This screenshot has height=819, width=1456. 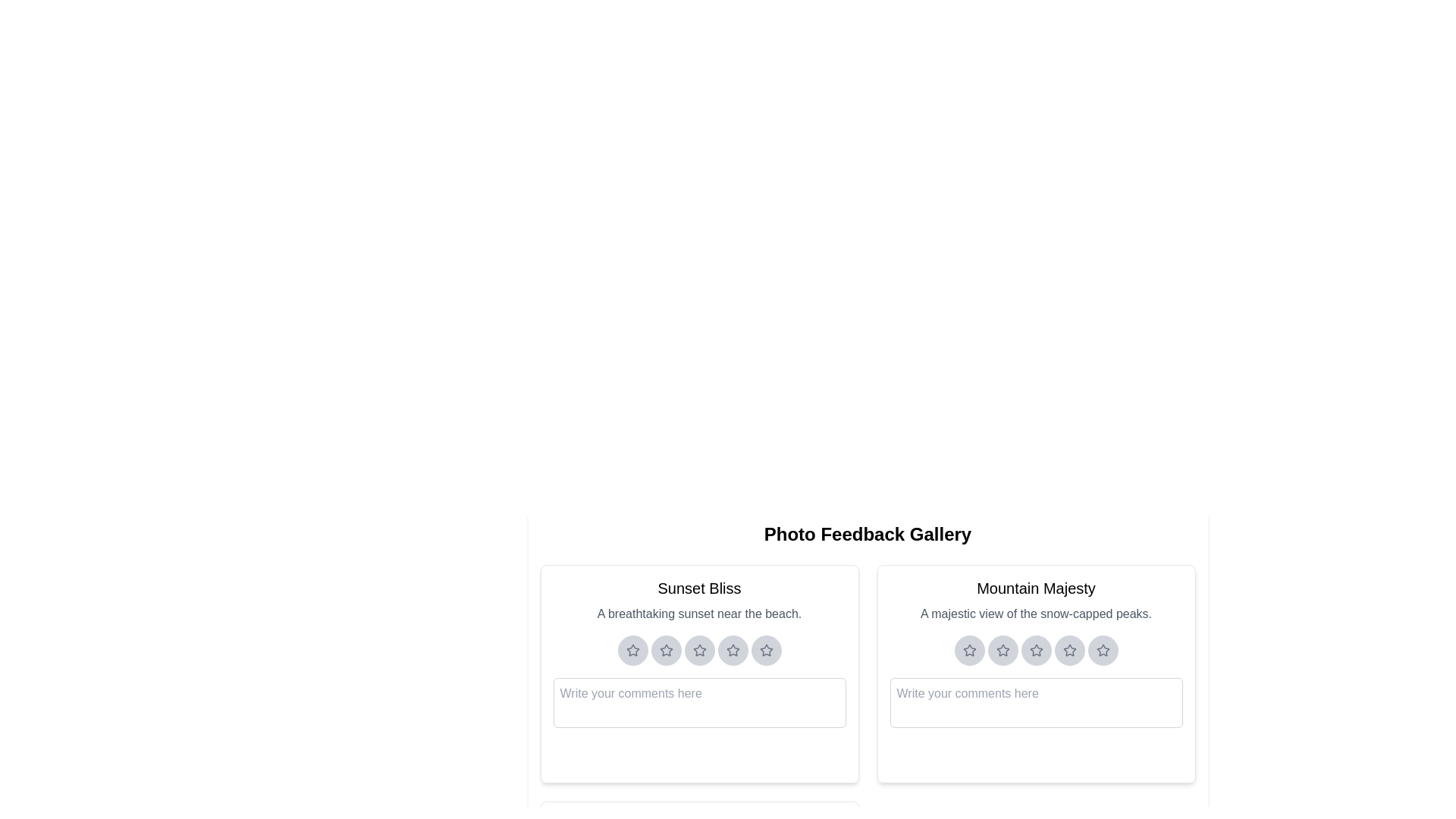 What do you see at coordinates (632, 648) in the screenshot?
I see `the first star in the star rating system located under the 'Sunset Bliss' photo title and description` at bounding box center [632, 648].